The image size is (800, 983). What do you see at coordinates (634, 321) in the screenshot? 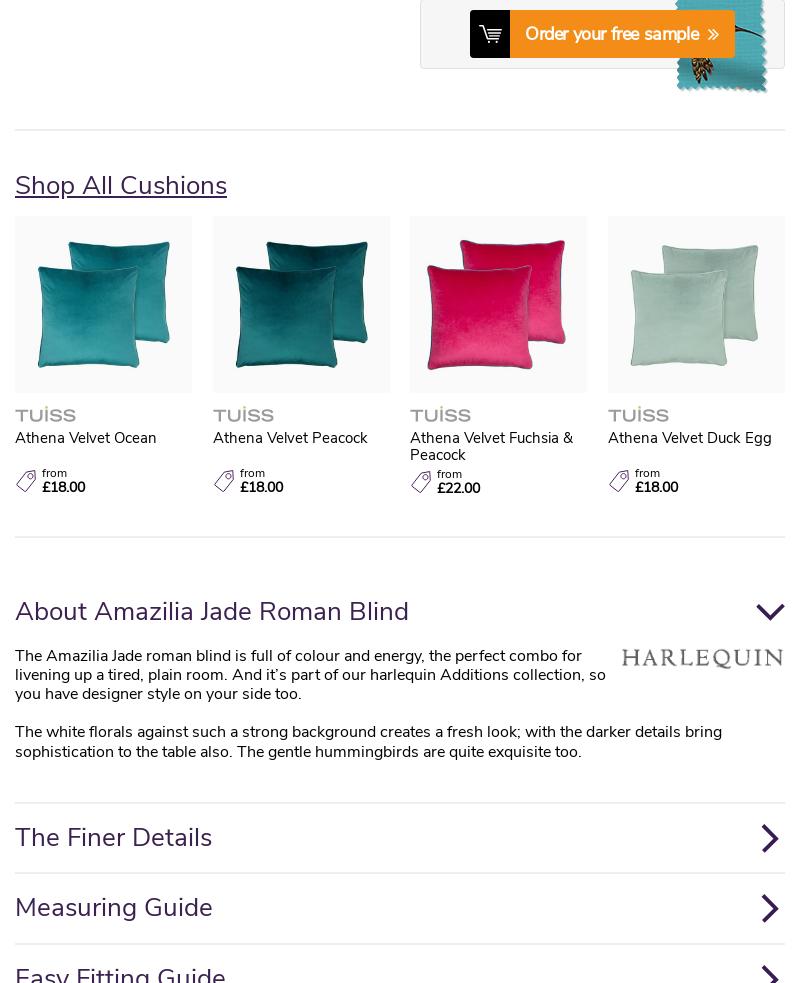
I see `'Electric Blinds'` at bounding box center [634, 321].